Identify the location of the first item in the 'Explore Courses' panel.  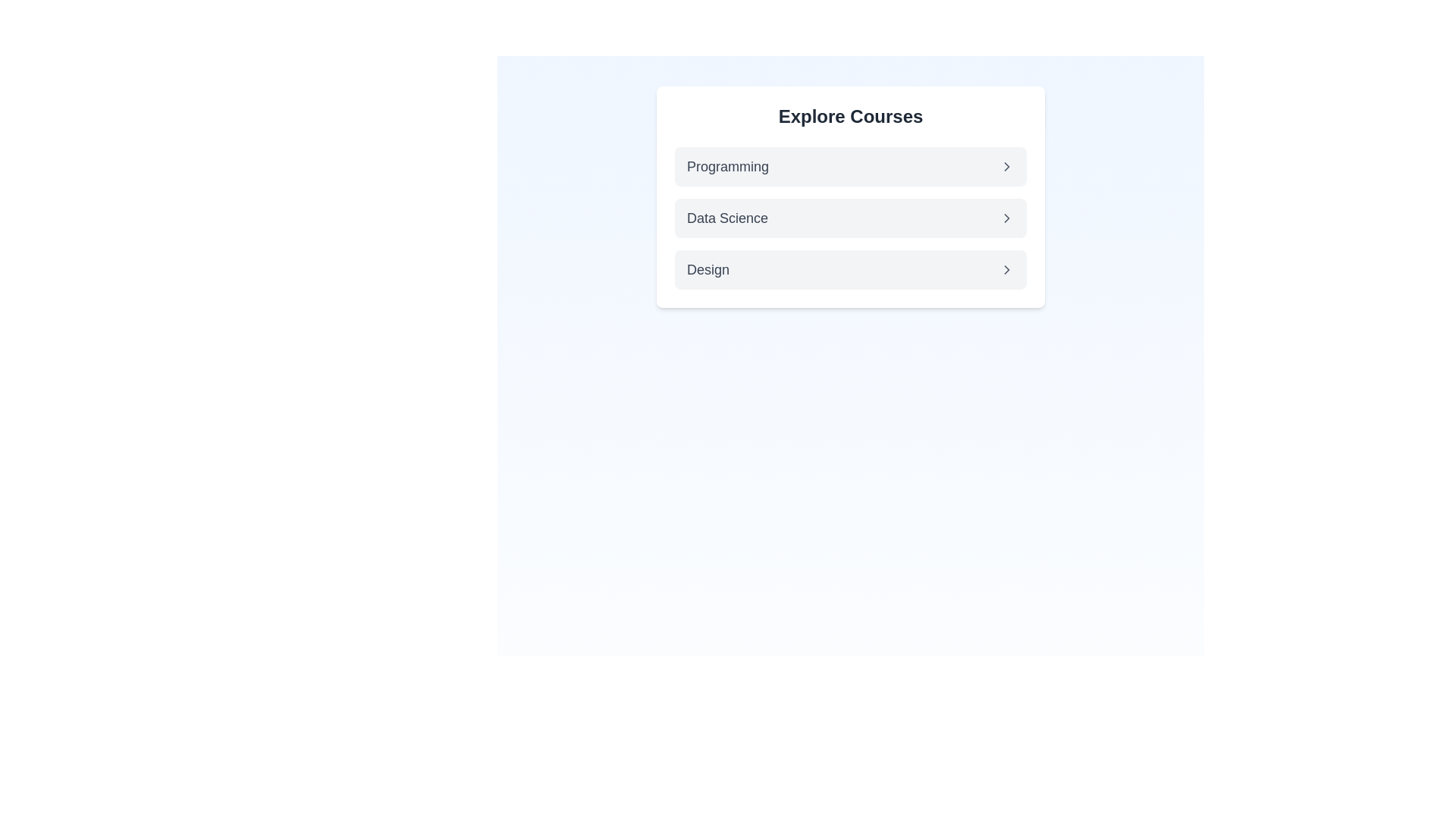
(851, 166).